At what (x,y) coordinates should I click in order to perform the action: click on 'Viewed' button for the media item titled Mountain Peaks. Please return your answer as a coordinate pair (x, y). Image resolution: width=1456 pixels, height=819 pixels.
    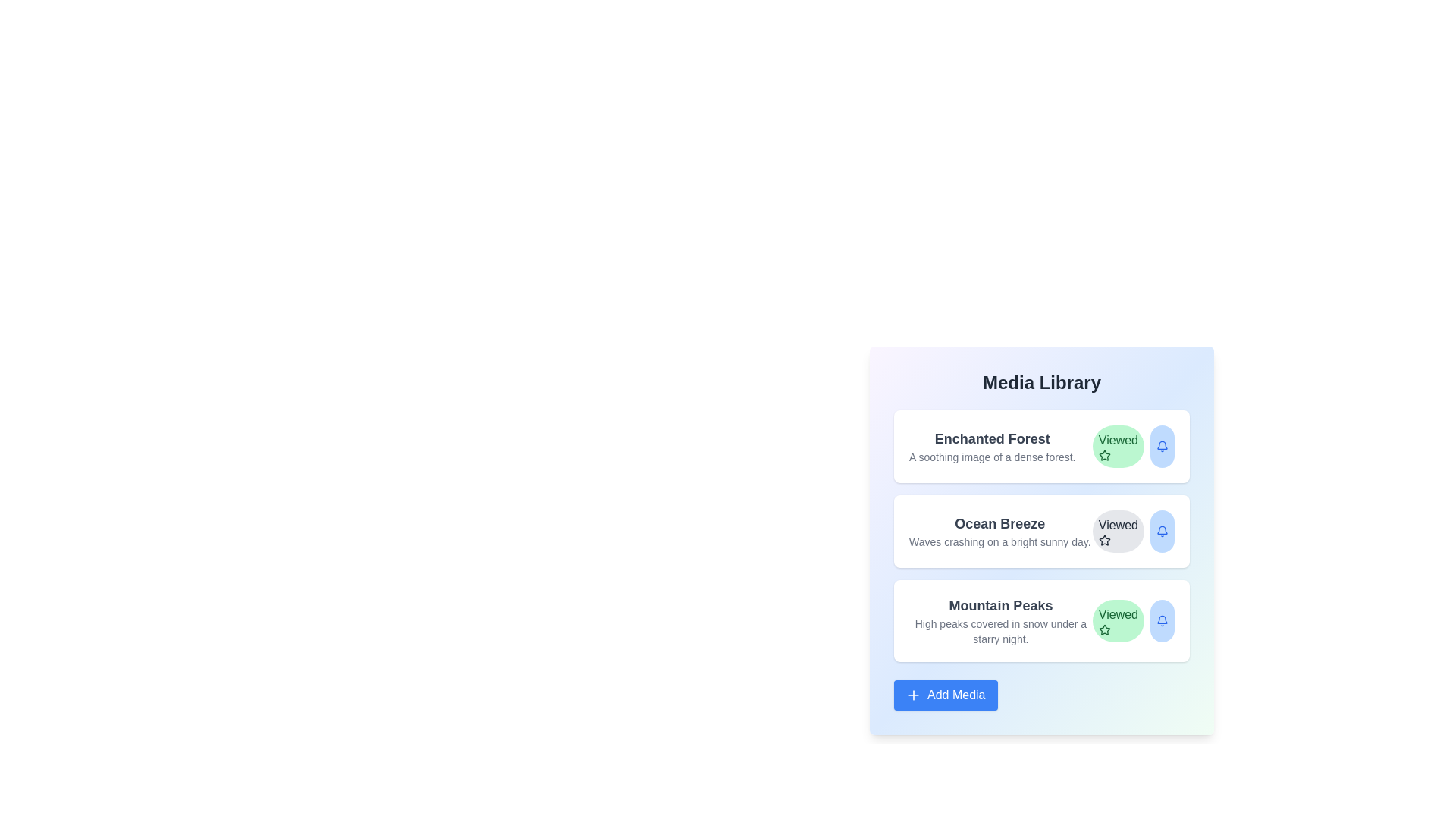
    Looking at the image, I should click on (1118, 620).